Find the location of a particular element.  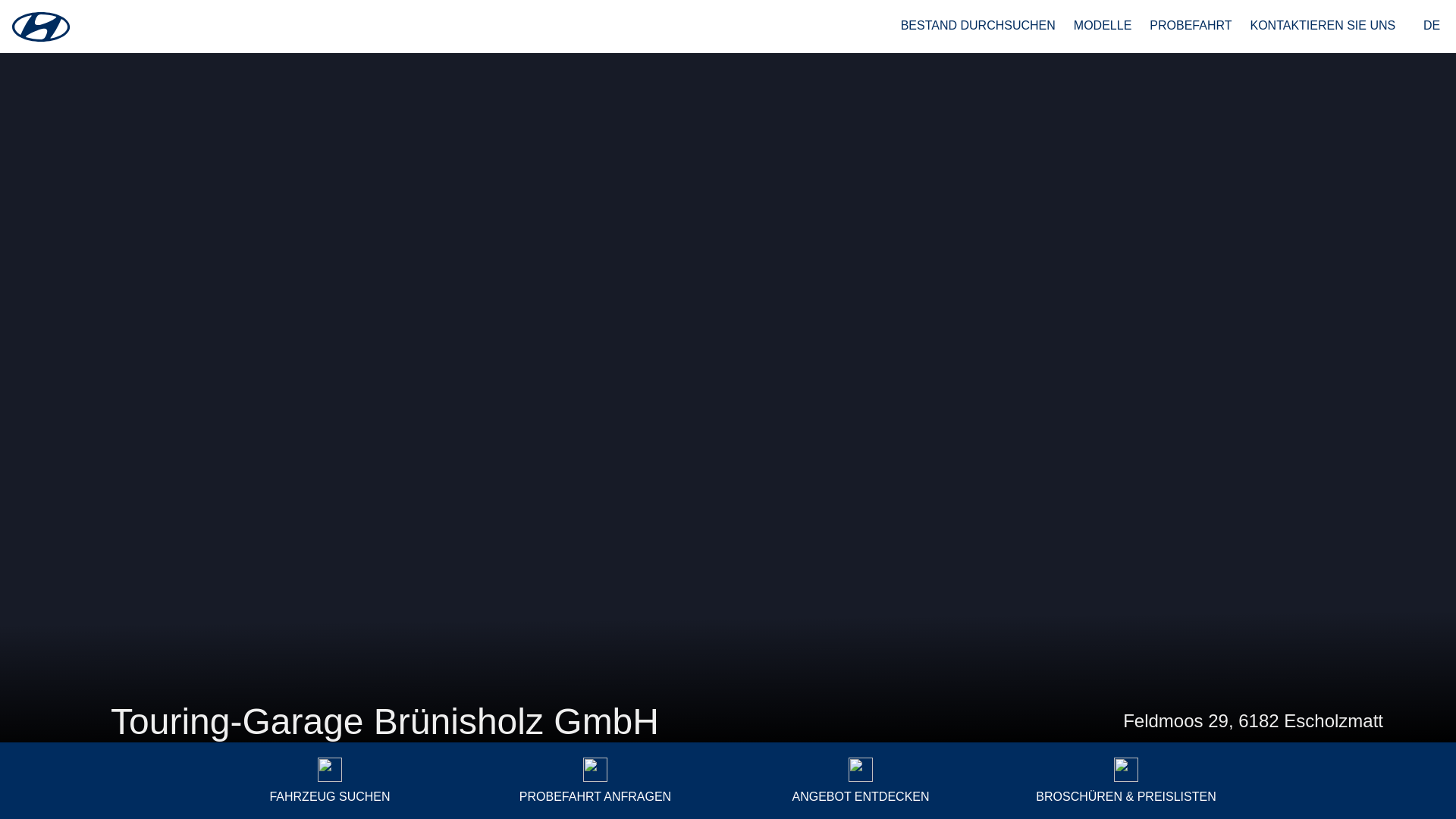

'PROBEFAHRT' is located at coordinates (1150, 26).